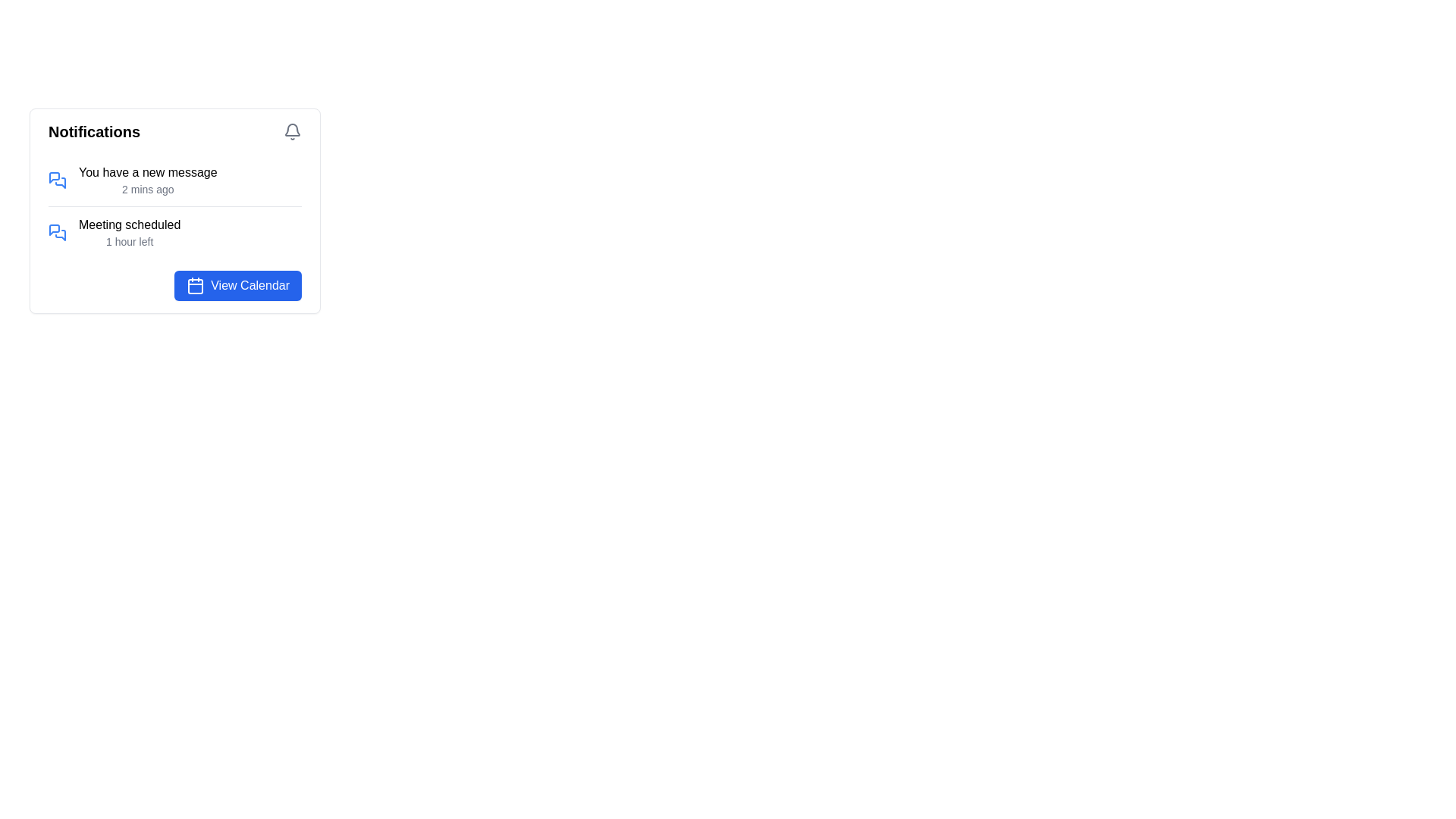 The width and height of the screenshot is (1456, 819). I want to click on the 'View Calendar' button containing the small blue calendar icon located to the left of the text, so click(195, 286).